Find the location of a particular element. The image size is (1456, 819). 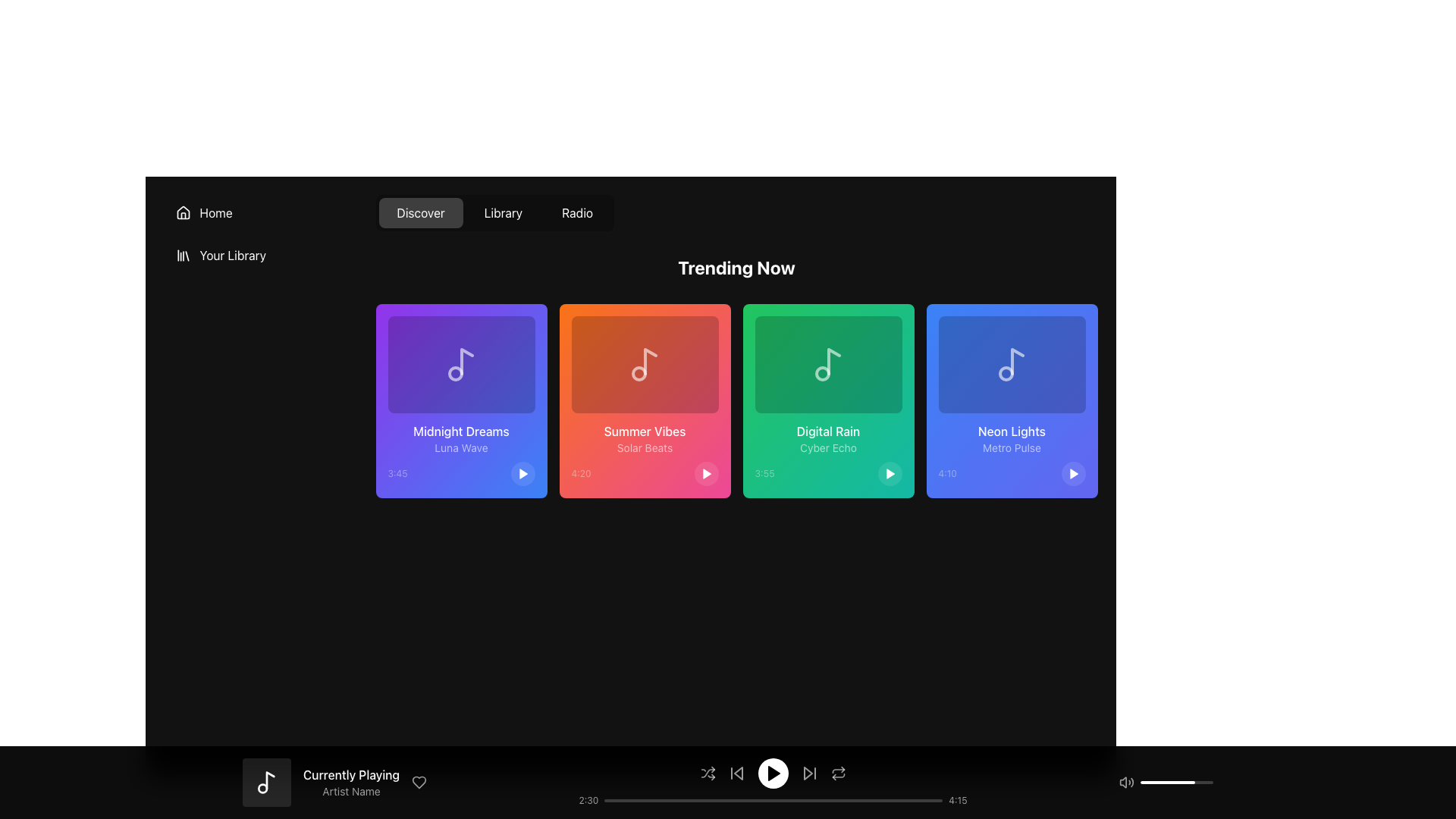

the decorative circle within the music note icon on the 'Summer Vibes' card is located at coordinates (639, 374).